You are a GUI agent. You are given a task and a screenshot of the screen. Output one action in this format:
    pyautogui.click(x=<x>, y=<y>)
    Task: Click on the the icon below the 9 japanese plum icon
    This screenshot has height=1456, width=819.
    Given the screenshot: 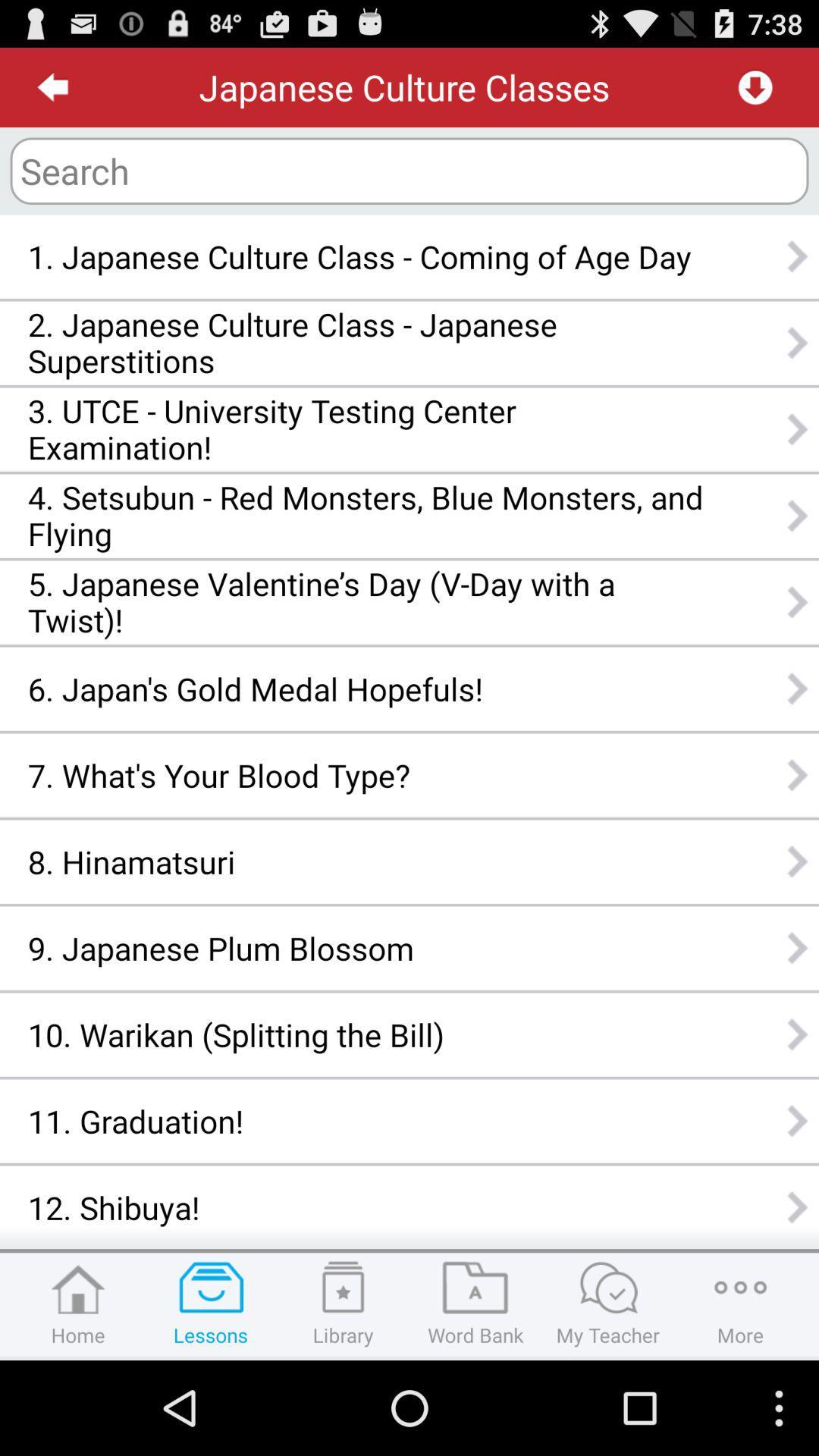 What is the action you would take?
    pyautogui.click(x=366, y=1034)
    